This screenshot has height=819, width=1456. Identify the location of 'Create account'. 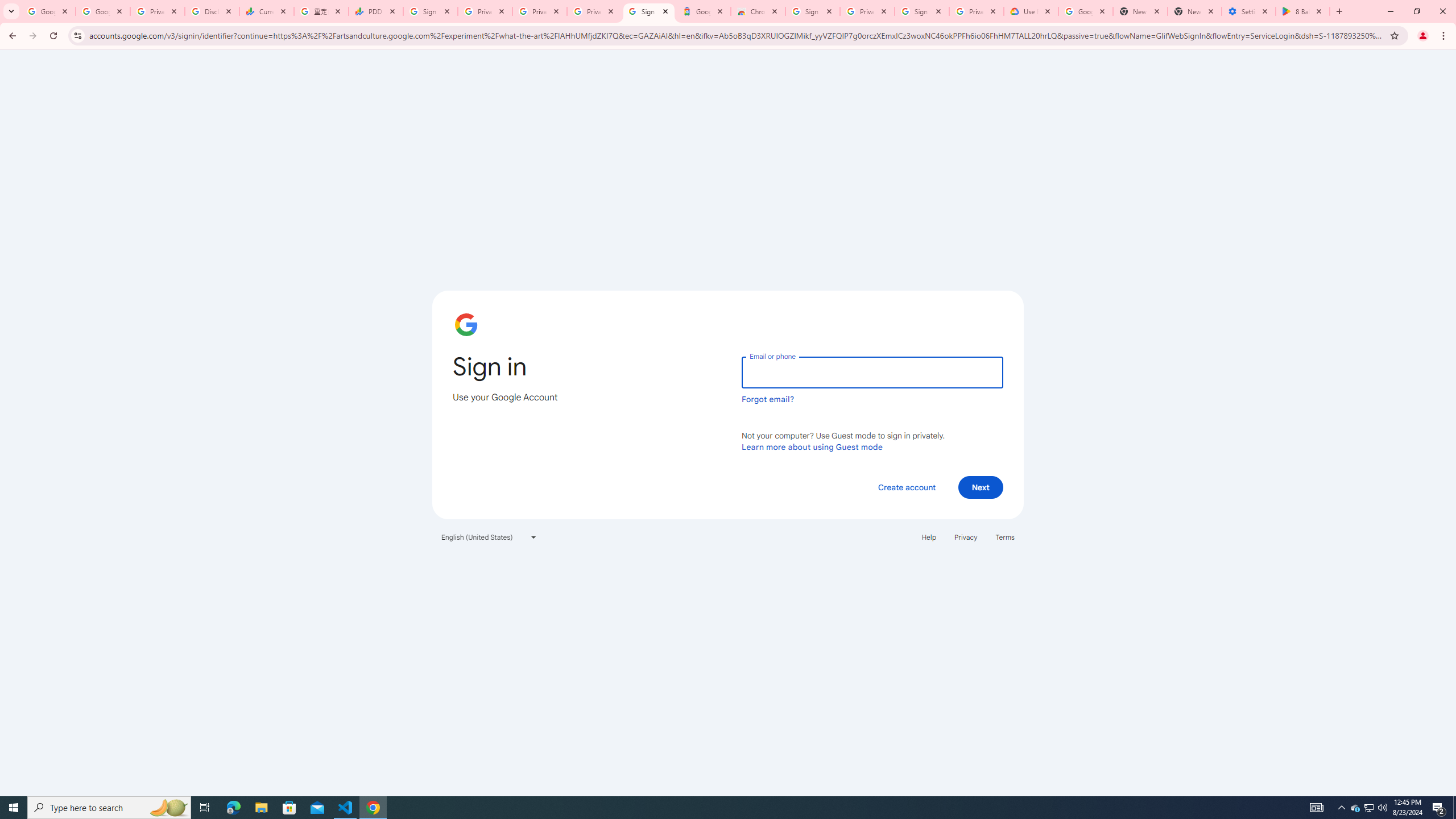
(906, 486).